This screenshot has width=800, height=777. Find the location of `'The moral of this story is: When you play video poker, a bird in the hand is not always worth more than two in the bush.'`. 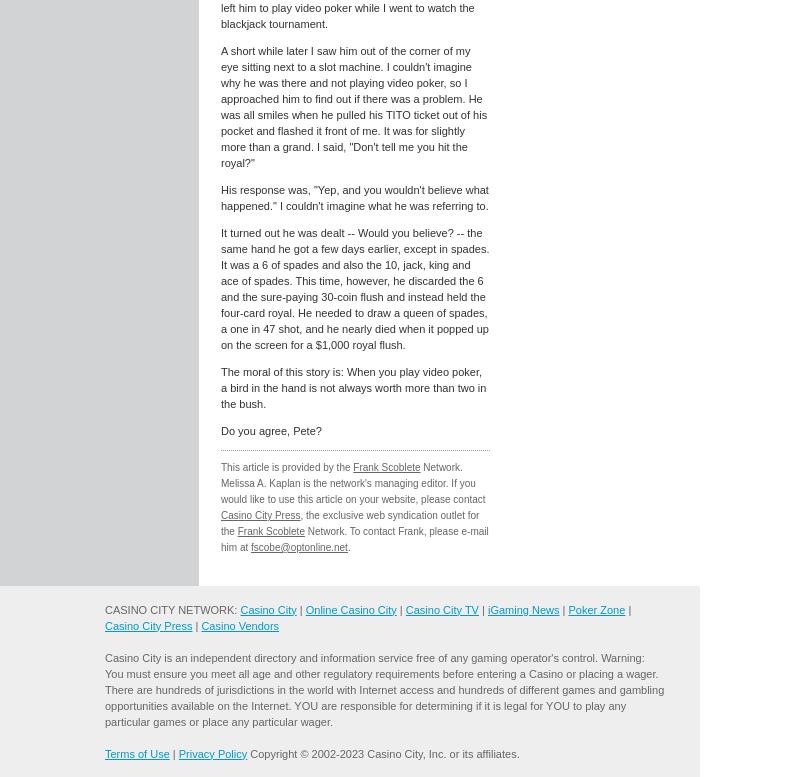

'The moral of this story is: When you play video poker, a bird in the hand is not always worth more than two in the bush.' is located at coordinates (353, 387).